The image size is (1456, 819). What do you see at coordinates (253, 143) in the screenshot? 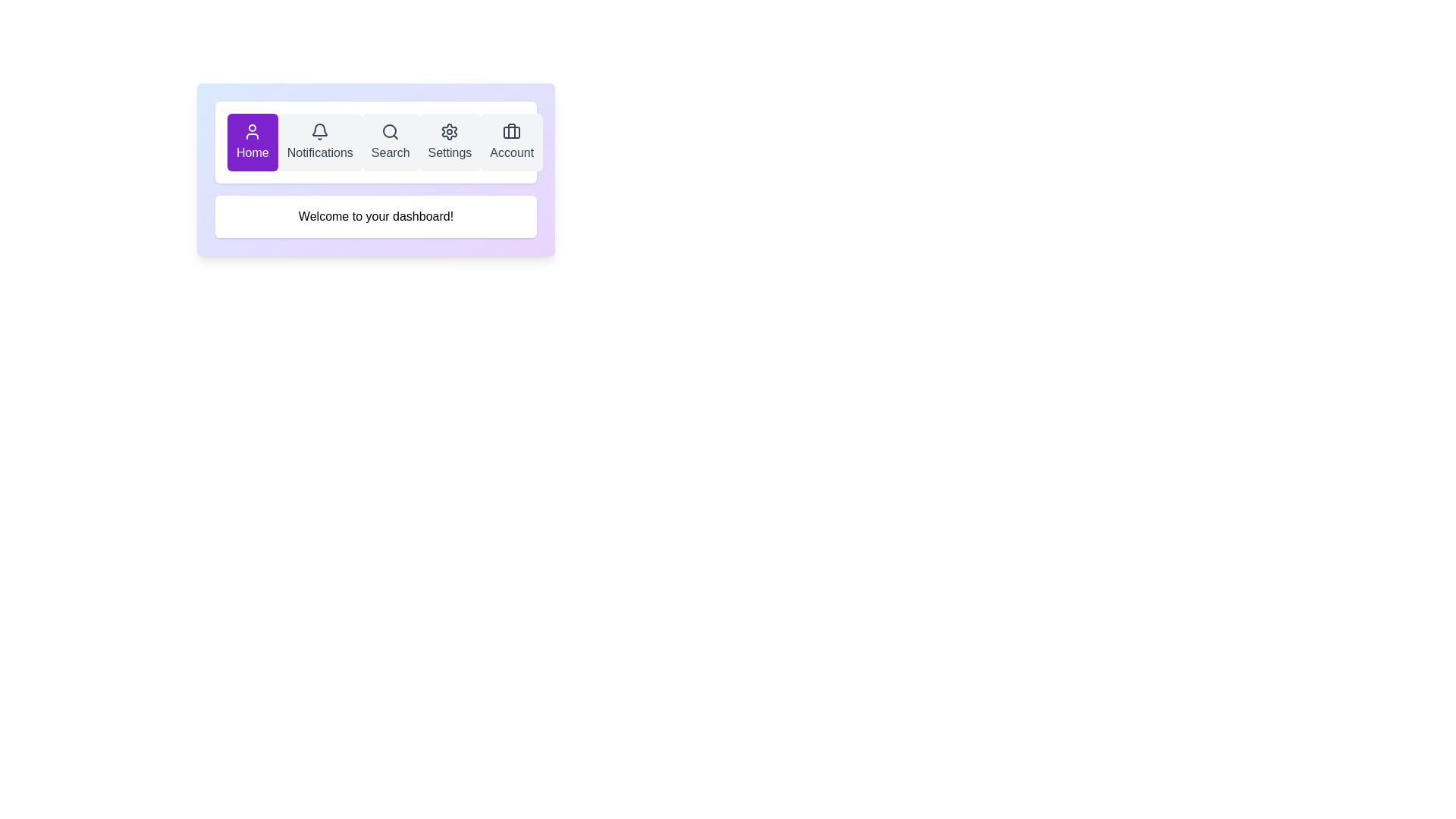
I see `the 'Home' button located at the leftmost position of the navigation bar` at bounding box center [253, 143].